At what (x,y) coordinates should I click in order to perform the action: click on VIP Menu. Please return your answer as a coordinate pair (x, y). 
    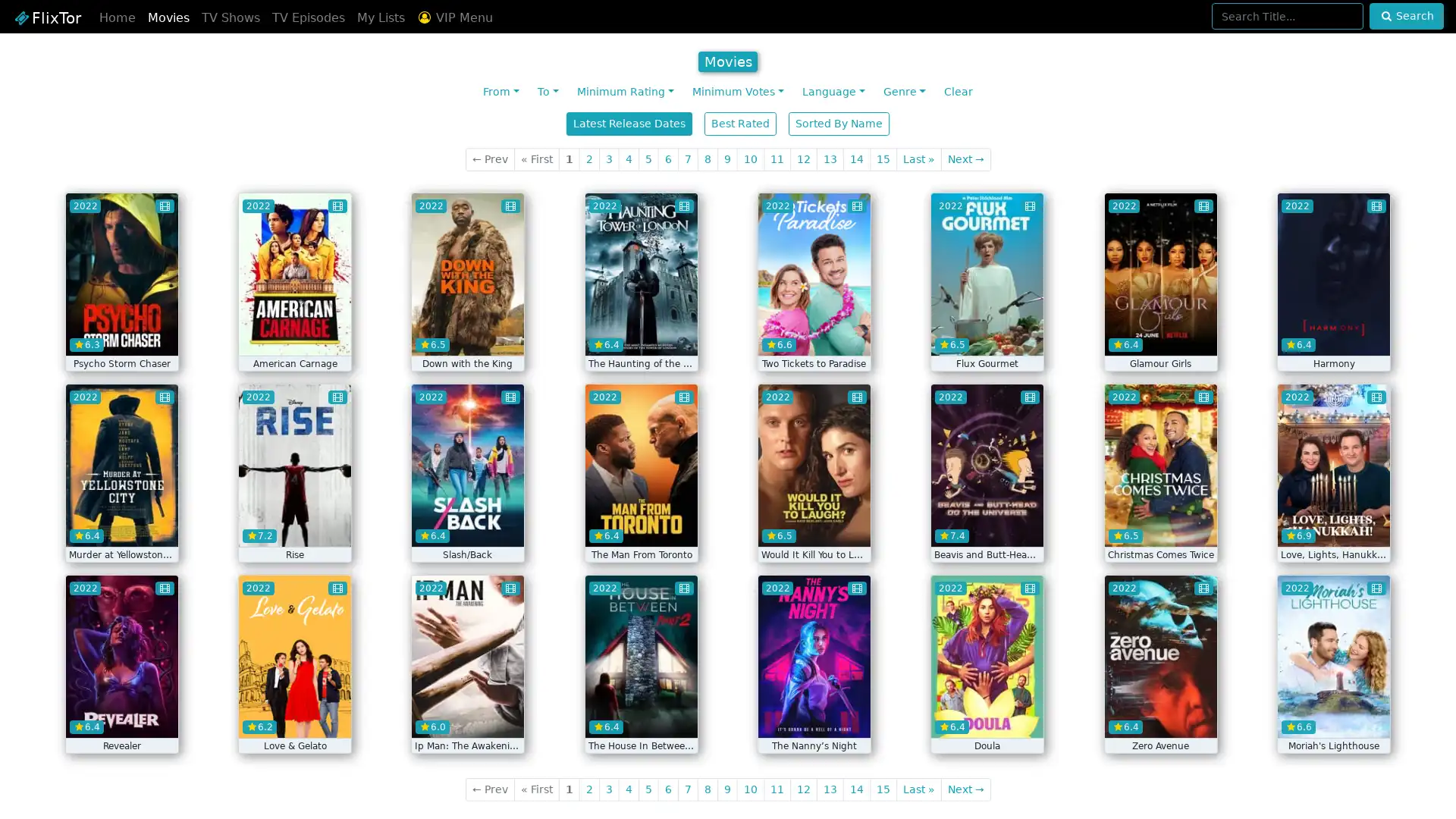
    Looking at the image, I should click on (453, 17).